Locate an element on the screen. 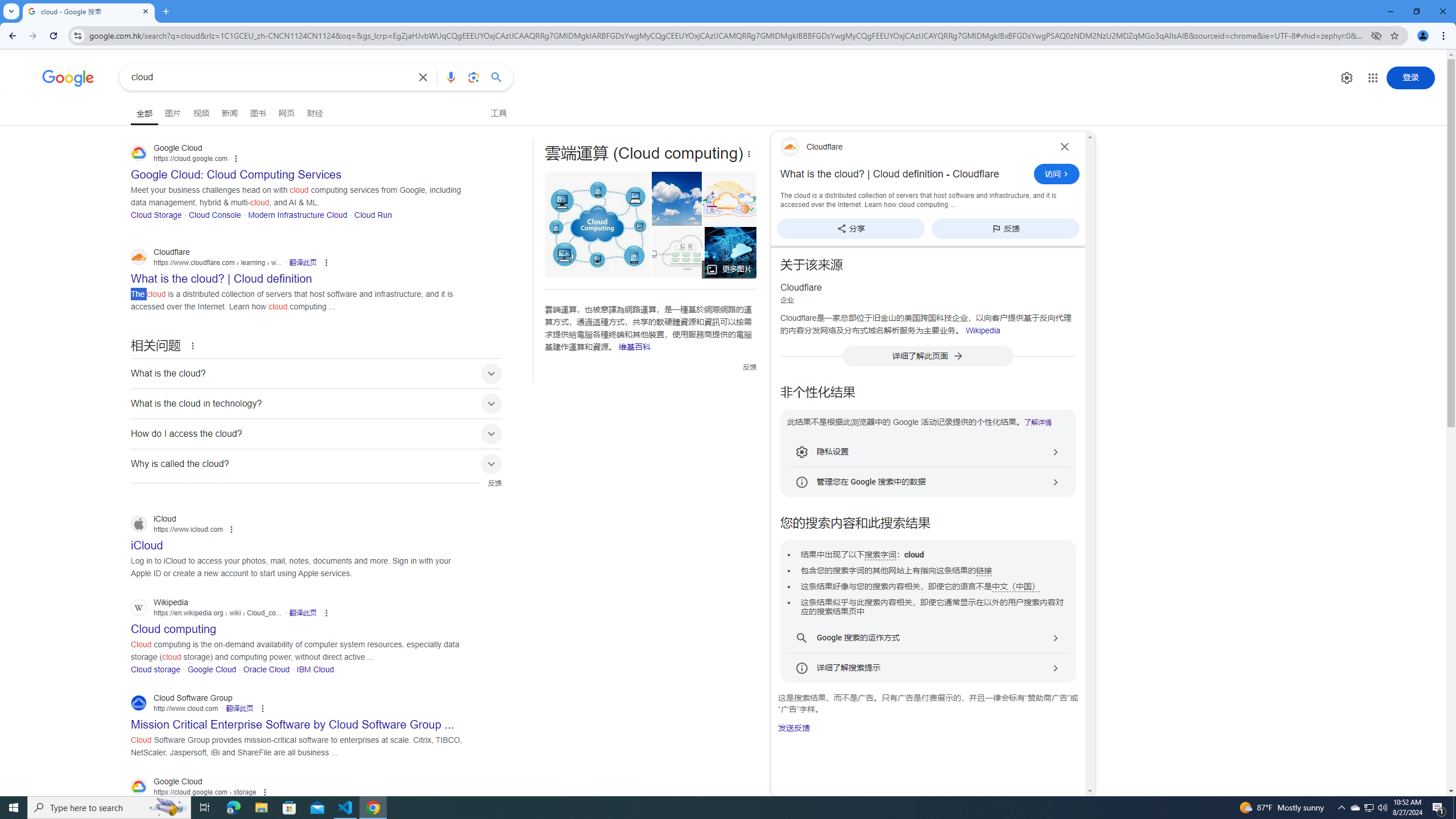 The height and width of the screenshot is (819, 1456). 'Oracle Cloud' is located at coordinates (266, 668).